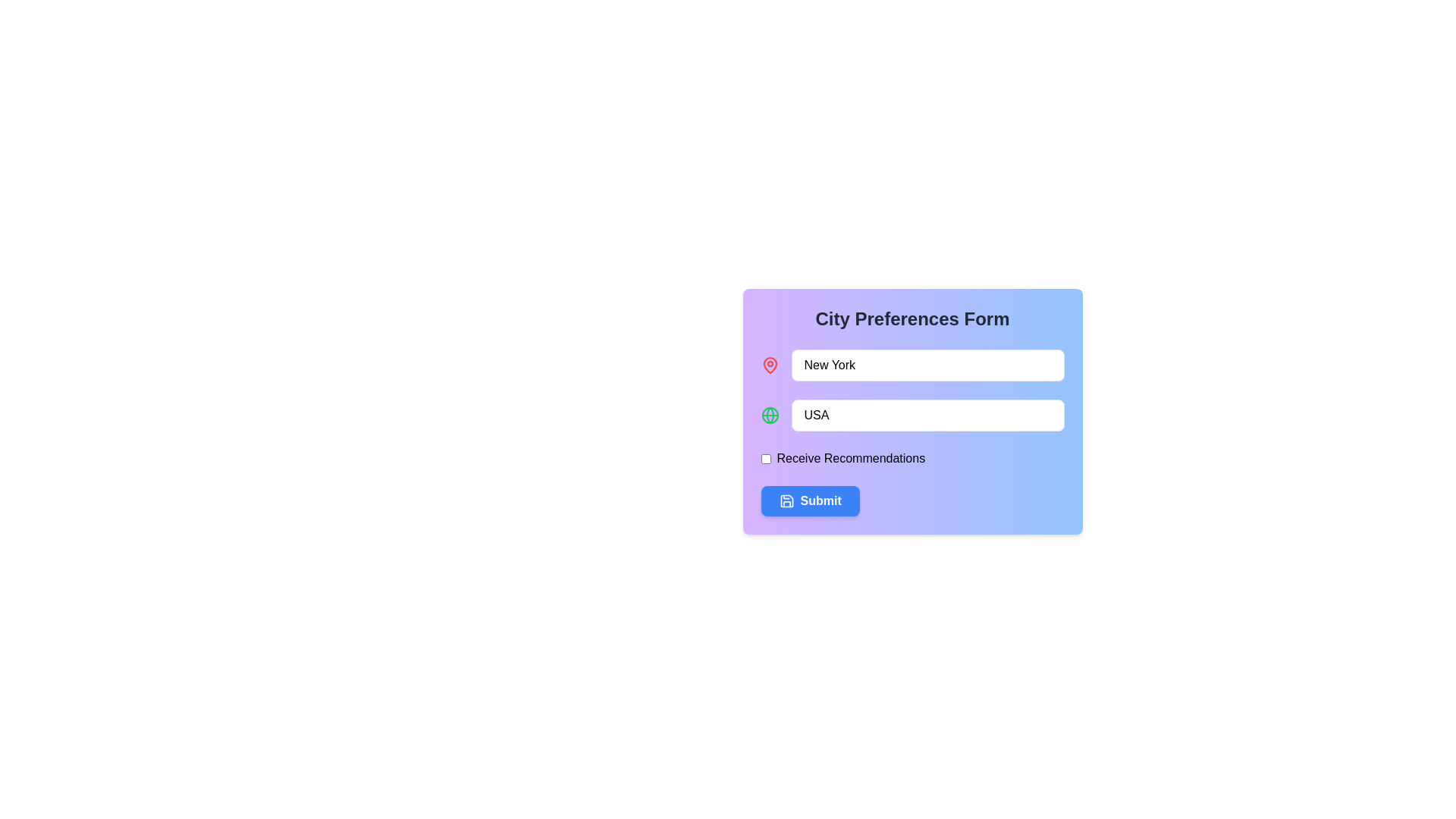 The height and width of the screenshot is (819, 1456). I want to click on the interactive checkbox that toggles the 'Receive Recommendations' option for keyboard interaction, so click(765, 458).